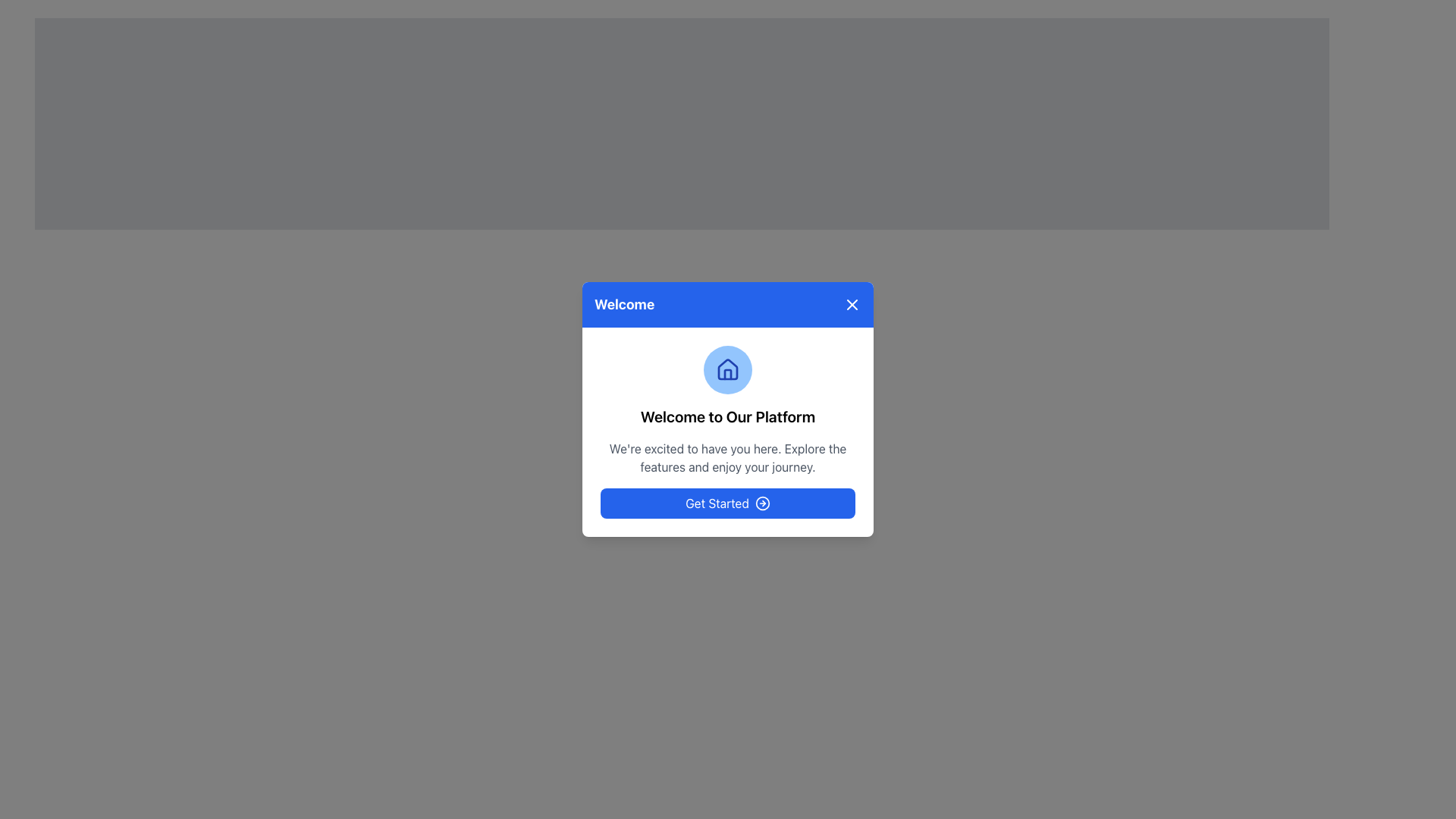  I want to click on the text block that reads "We're excited to have you here. Explore the features and enjoy your journey." which is located below the heading "Welcome to Our Platform", so click(728, 457).